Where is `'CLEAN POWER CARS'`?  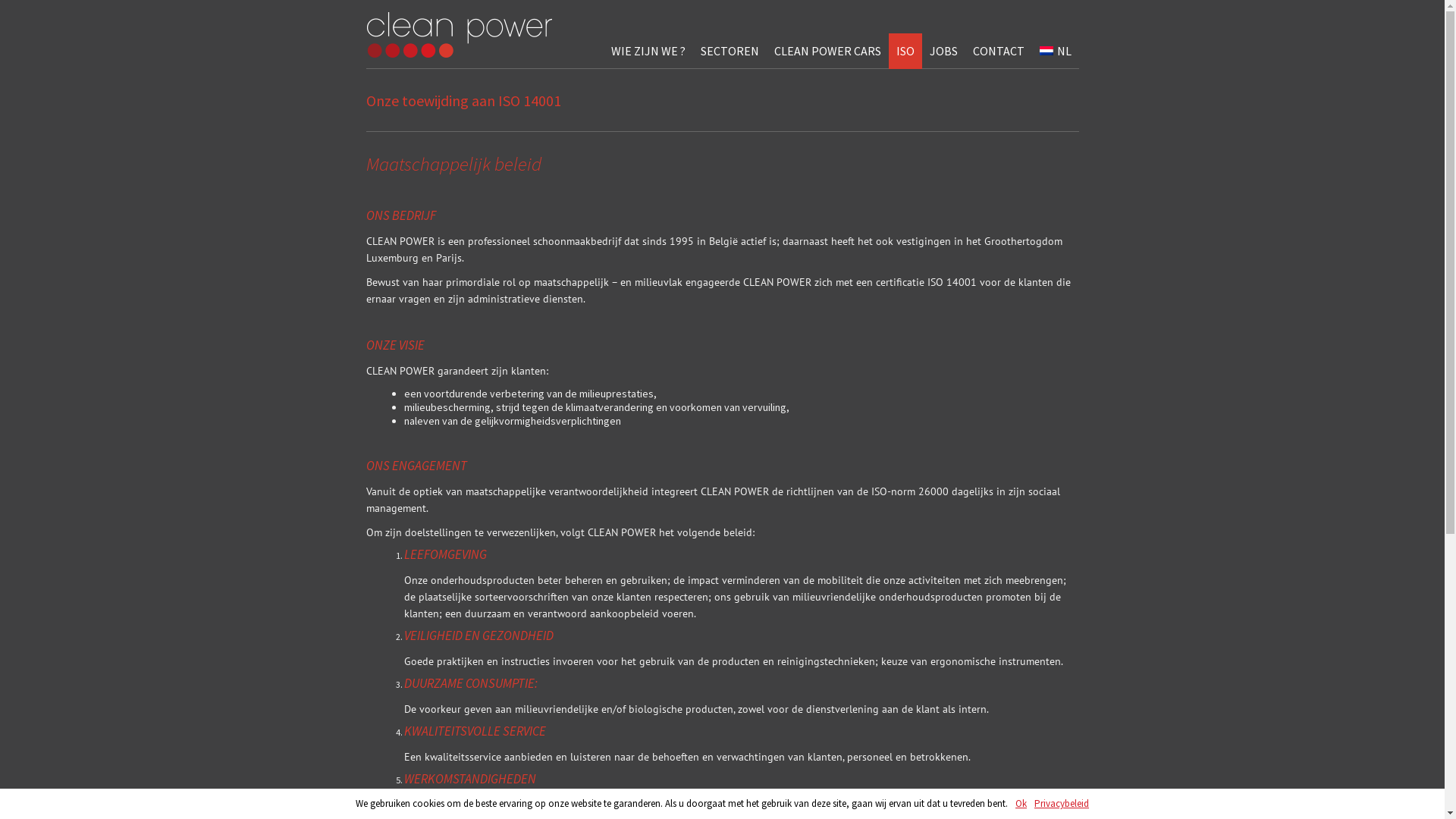 'CLEAN POWER CARS' is located at coordinates (827, 49).